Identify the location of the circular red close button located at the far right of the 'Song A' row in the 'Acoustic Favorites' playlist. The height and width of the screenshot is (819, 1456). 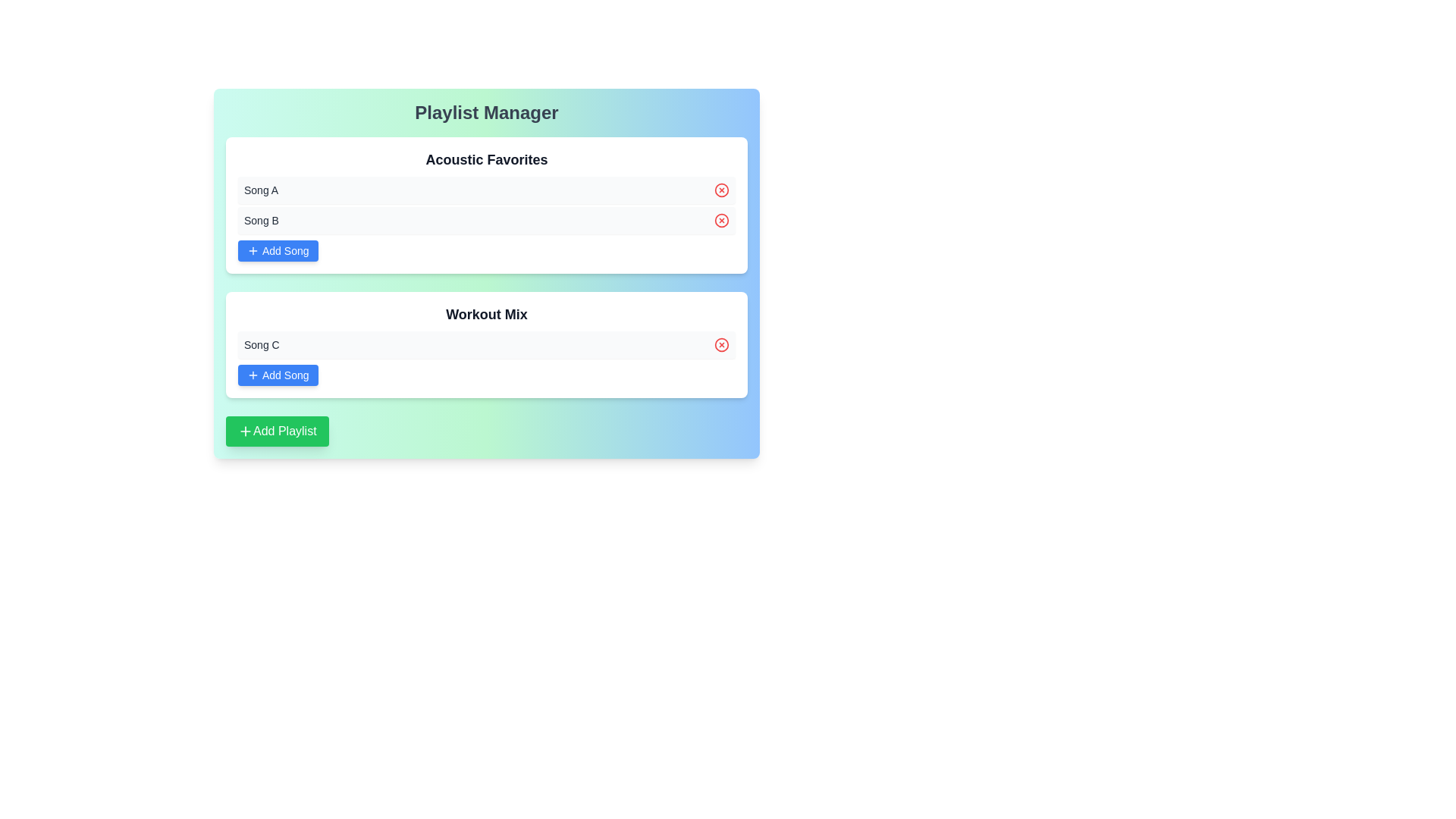
(720, 189).